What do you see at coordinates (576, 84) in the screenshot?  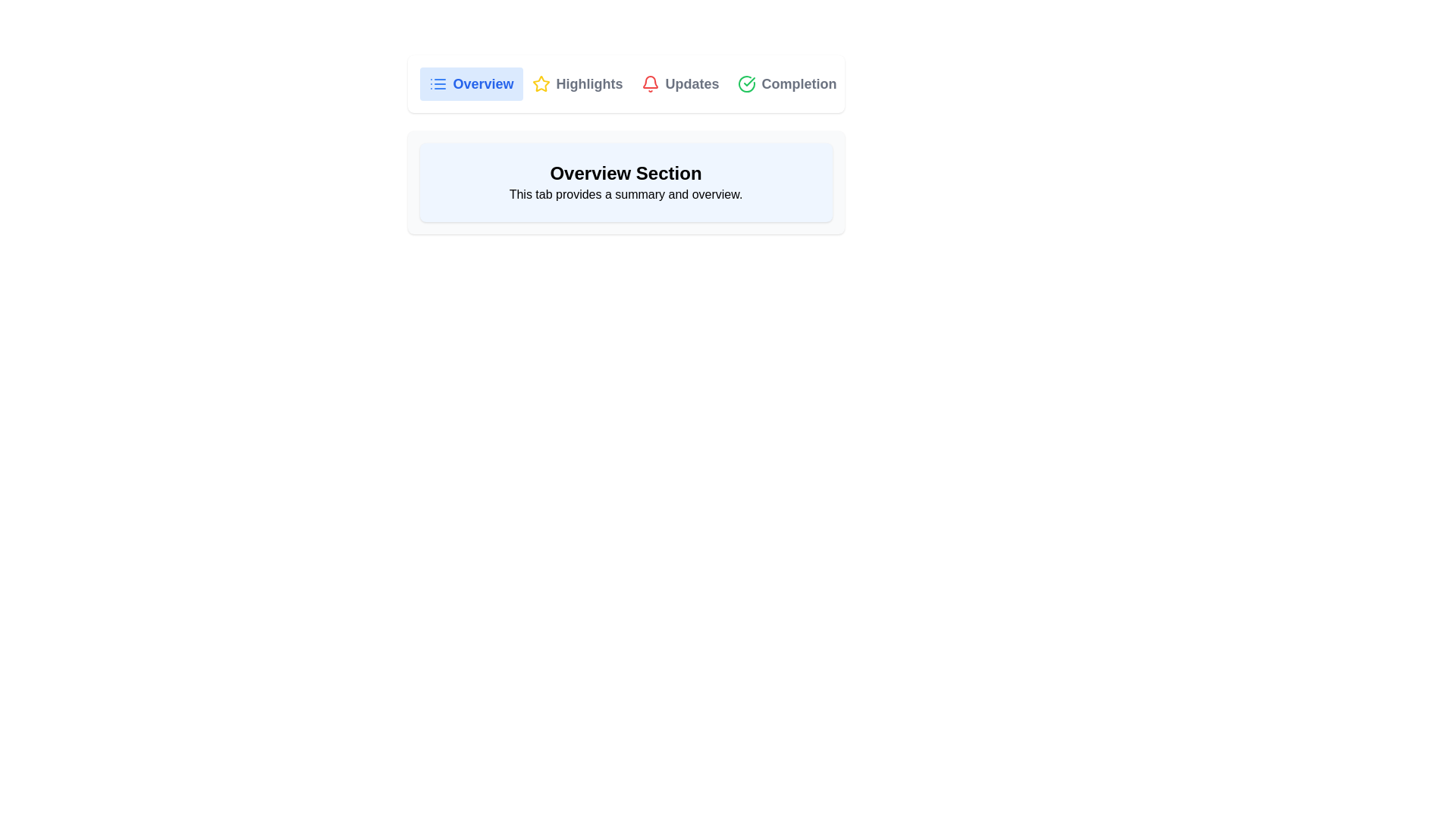 I see `the 'Highlights' tab, which is the second tab in the group with a yellow star icon` at bounding box center [576, 84].